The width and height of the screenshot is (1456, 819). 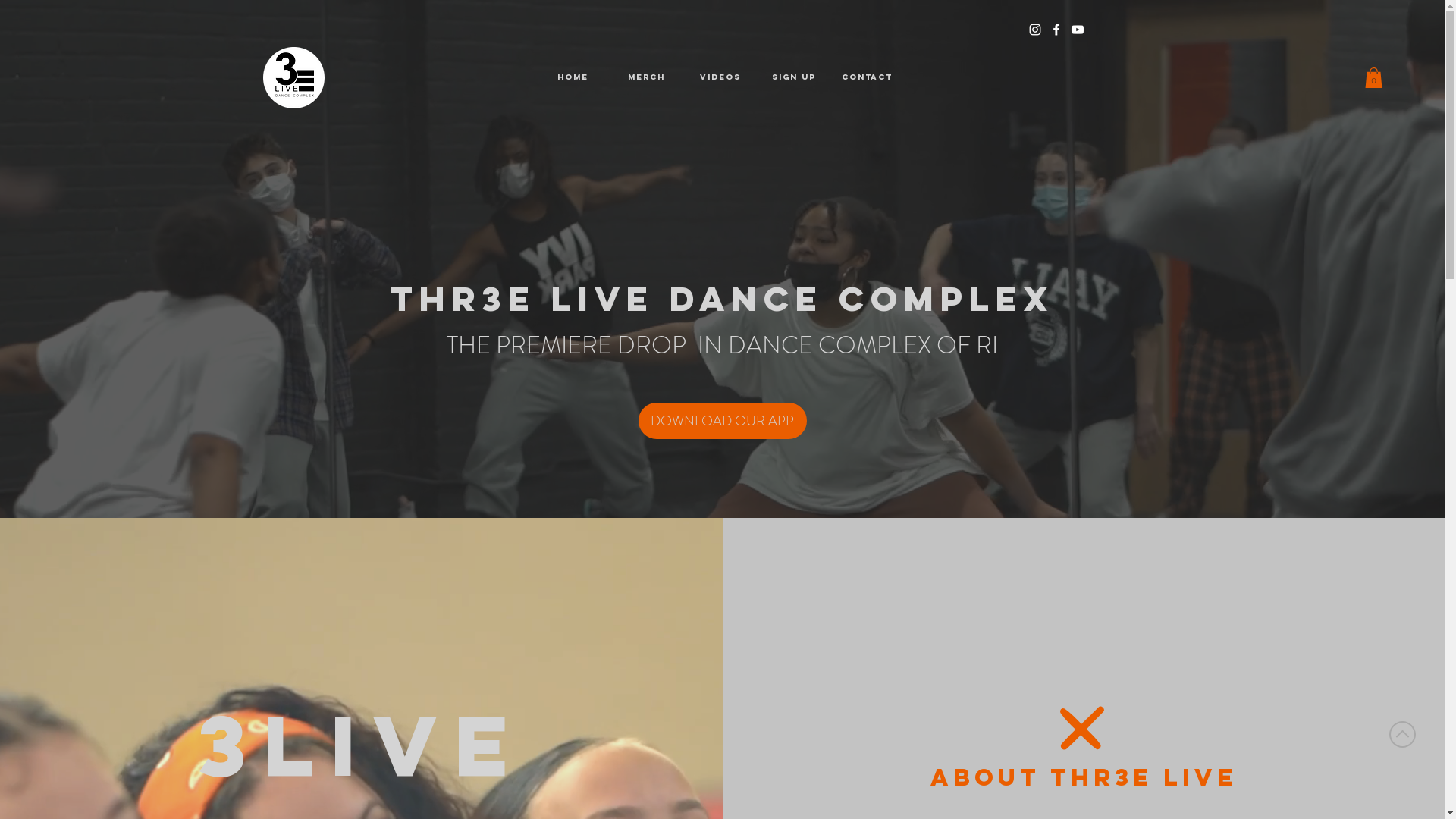 I want to click on 'DOWNLOAD OUR APP', so click(x=722, y=421).